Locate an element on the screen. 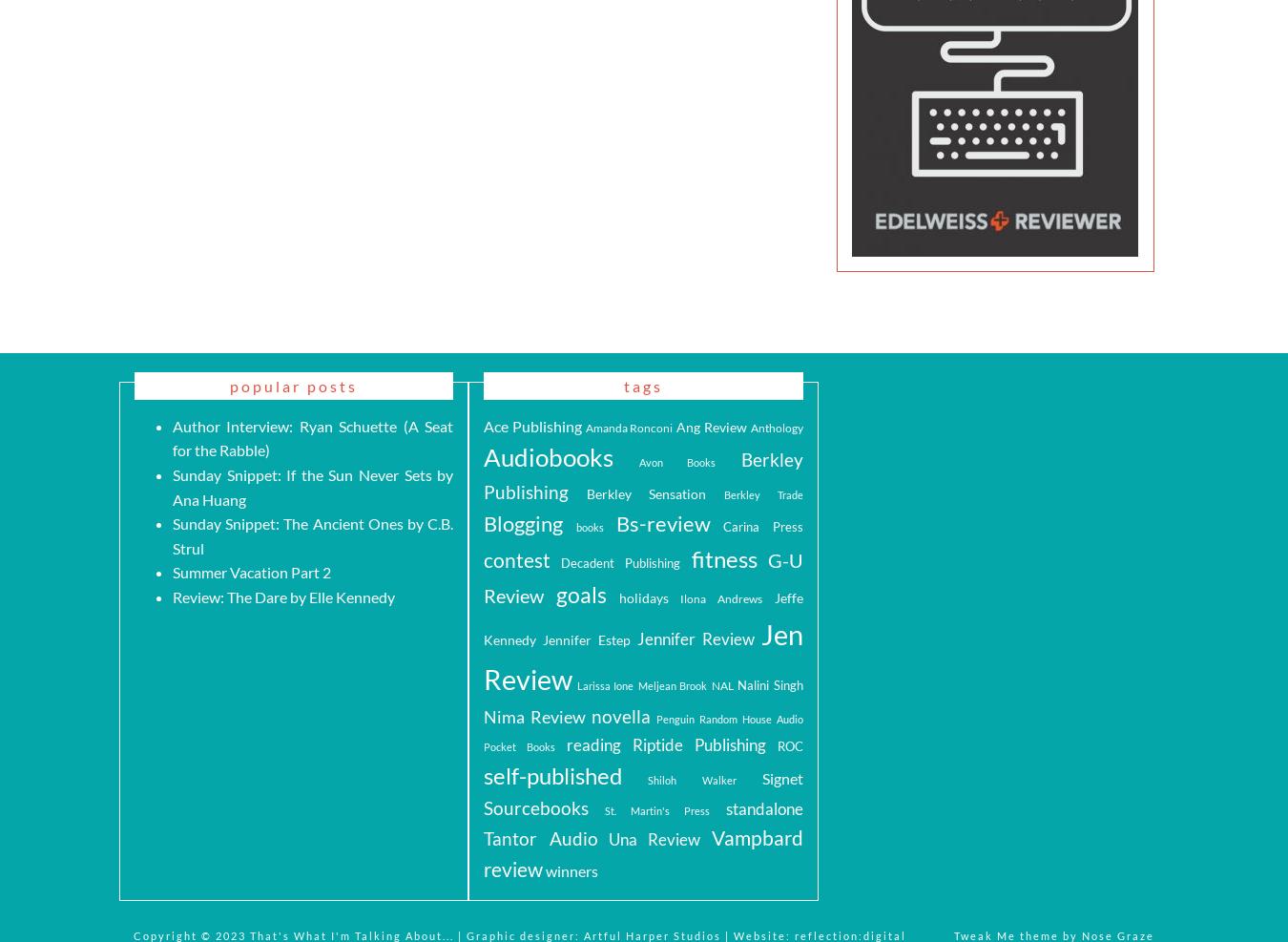  'Berkley Publishing' is located at coordinates (643, 475).